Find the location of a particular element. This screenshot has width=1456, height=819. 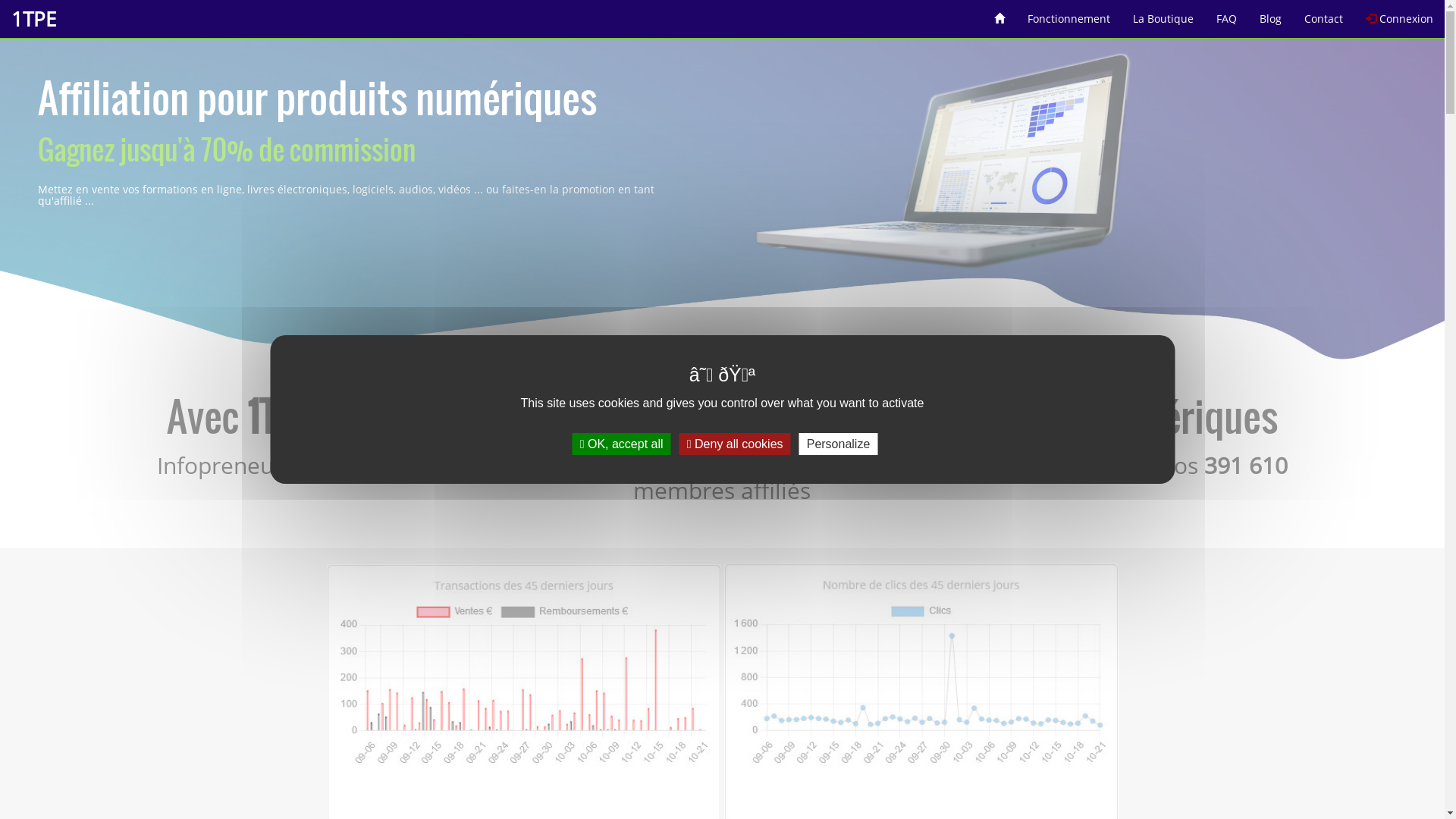

'Contact' is located at coordinates (1291, 13).